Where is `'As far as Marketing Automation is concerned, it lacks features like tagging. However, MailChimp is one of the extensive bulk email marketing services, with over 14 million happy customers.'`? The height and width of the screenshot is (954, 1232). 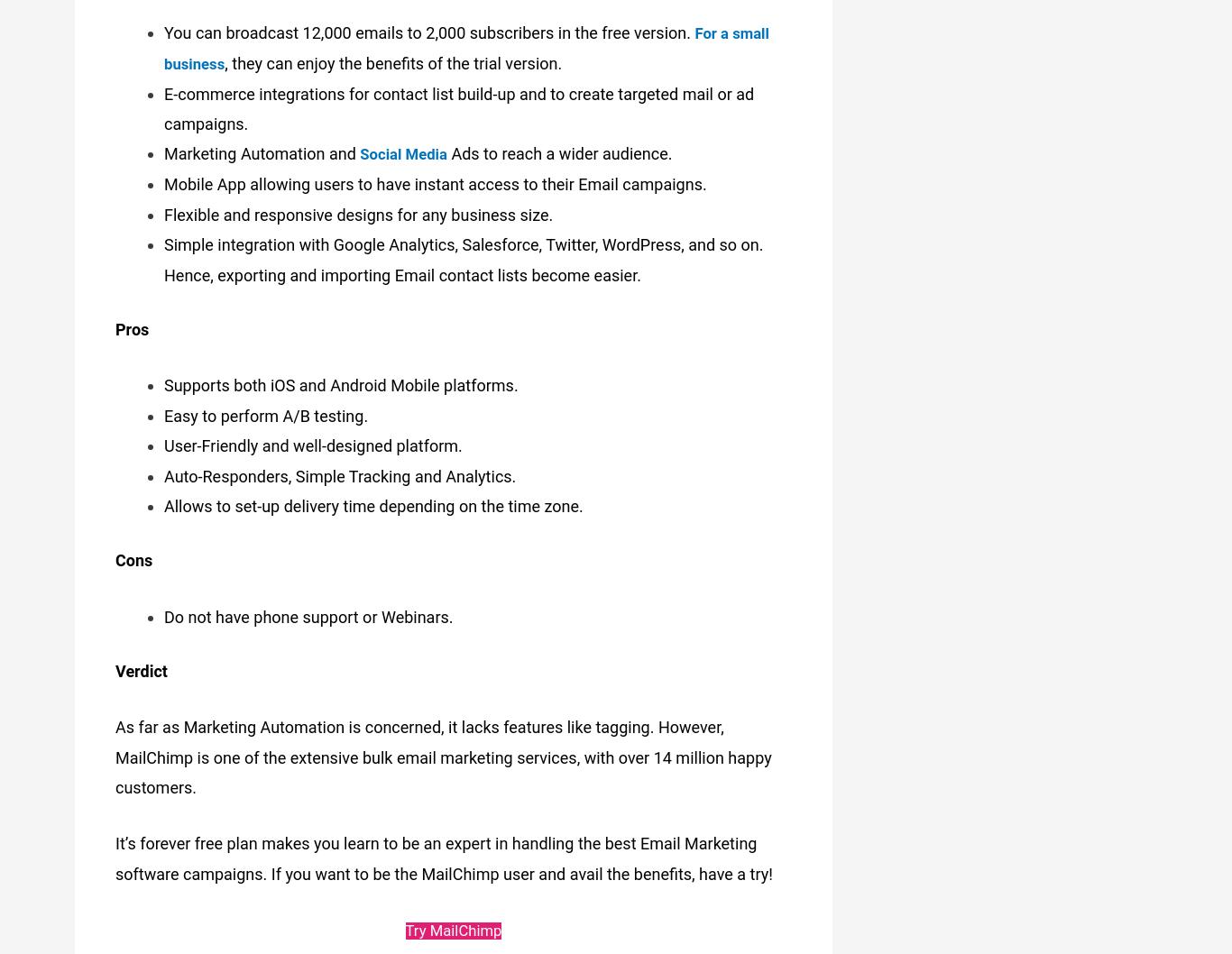
'As far as Marketing Automation is concerned, it lacks features like tagging. However, MailChimp is one of the extensive bulk email marketing services, with over 14 million happy customers.' is located at coordinates (443, 749).